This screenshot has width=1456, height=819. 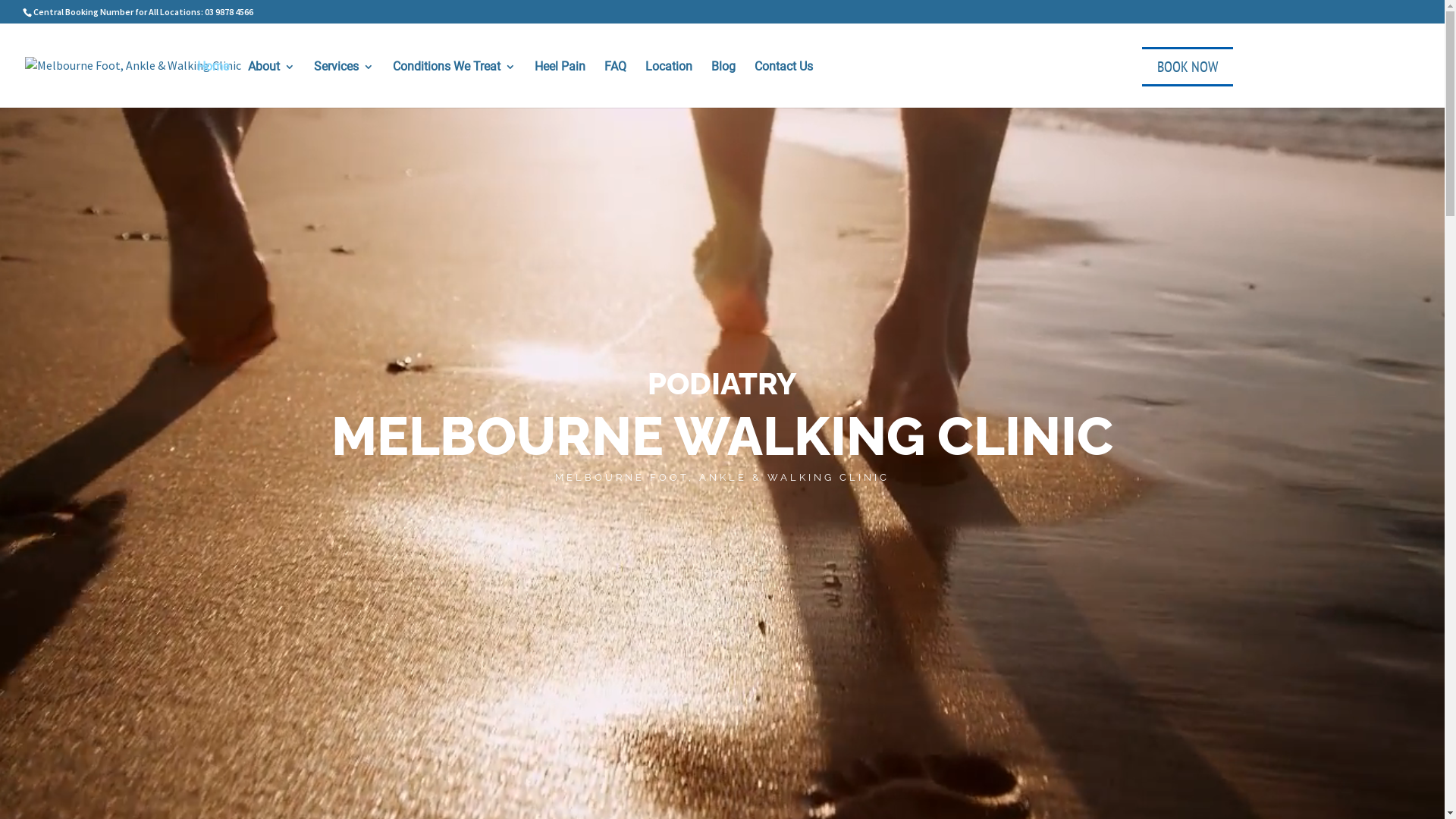 I want to click on 'Blog', so click(x=723, y=82).